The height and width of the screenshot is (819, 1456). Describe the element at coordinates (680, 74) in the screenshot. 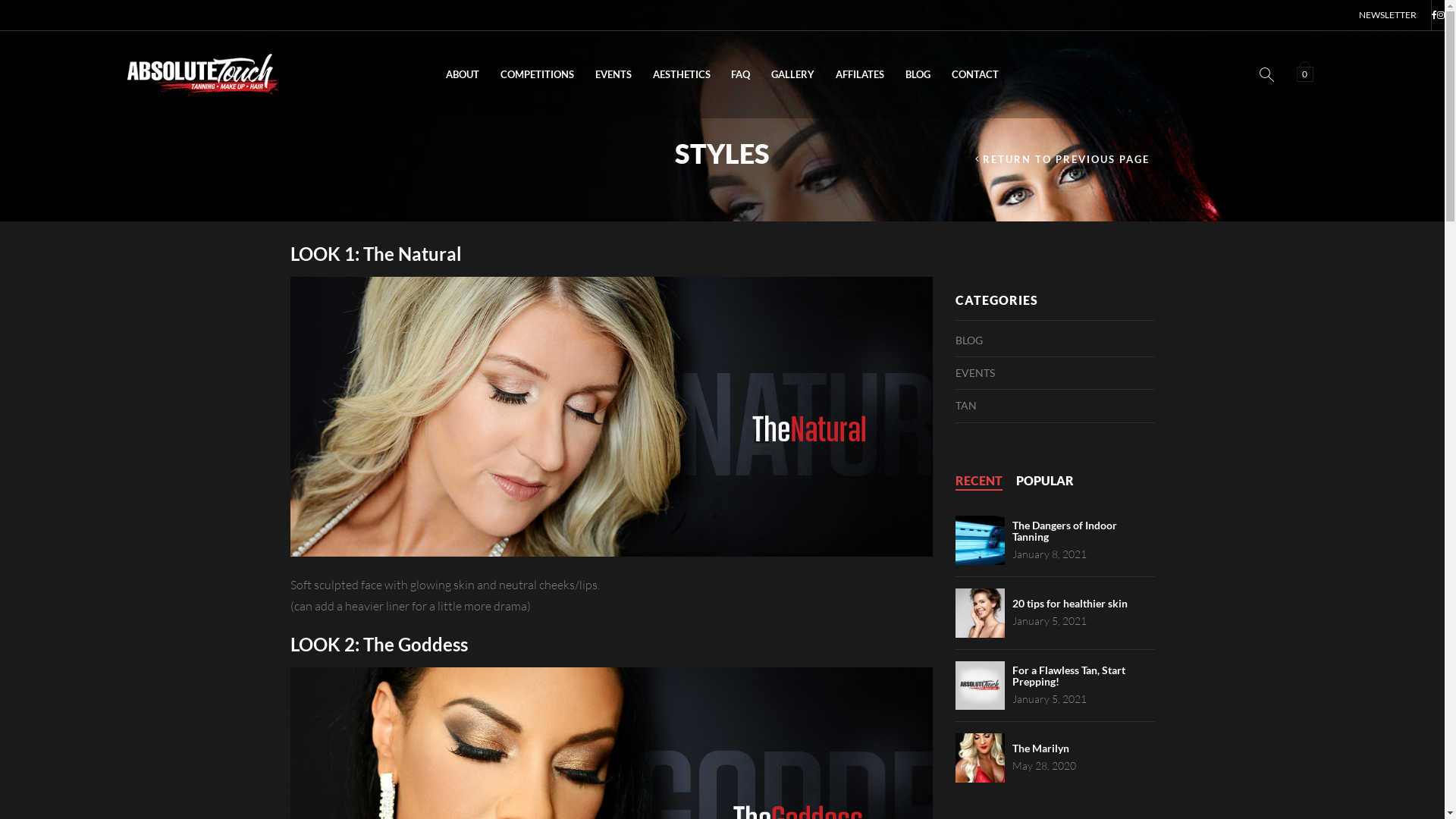

I see `'AESTHETICS'` at that location.